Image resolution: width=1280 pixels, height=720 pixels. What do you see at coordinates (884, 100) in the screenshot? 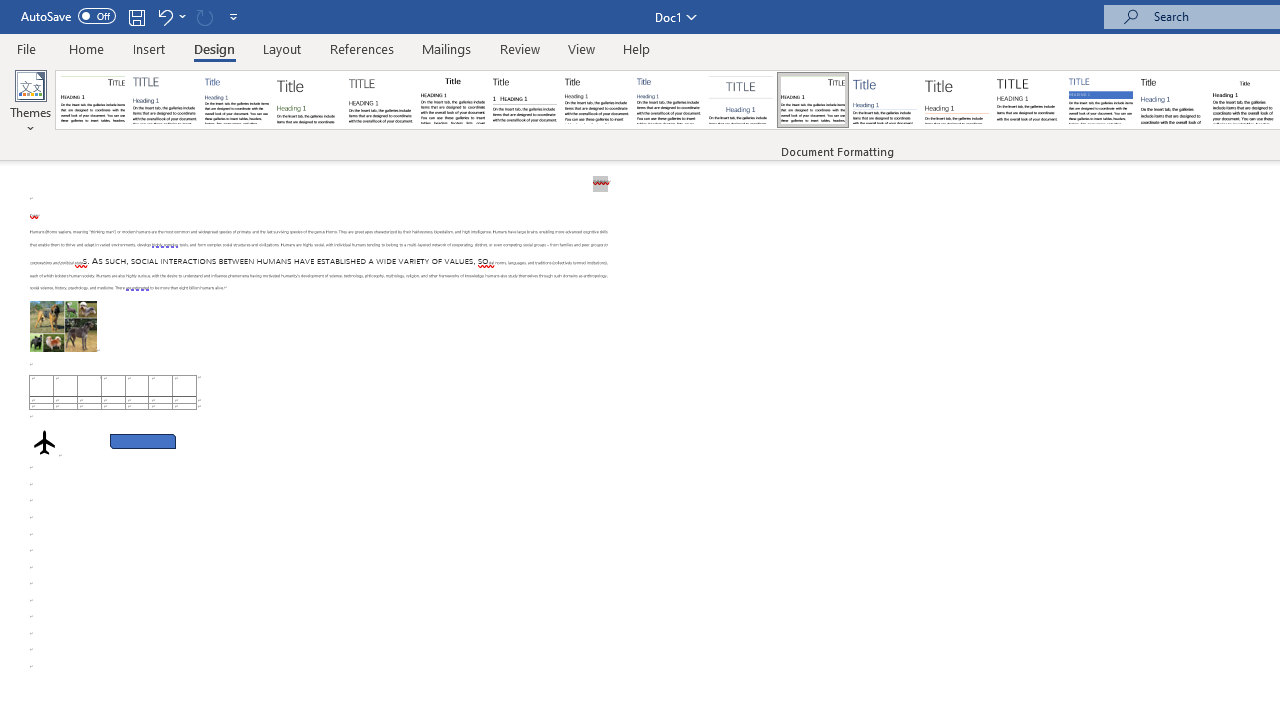
I see `'Lines (Simple)'` at bounding box center [884, 100].